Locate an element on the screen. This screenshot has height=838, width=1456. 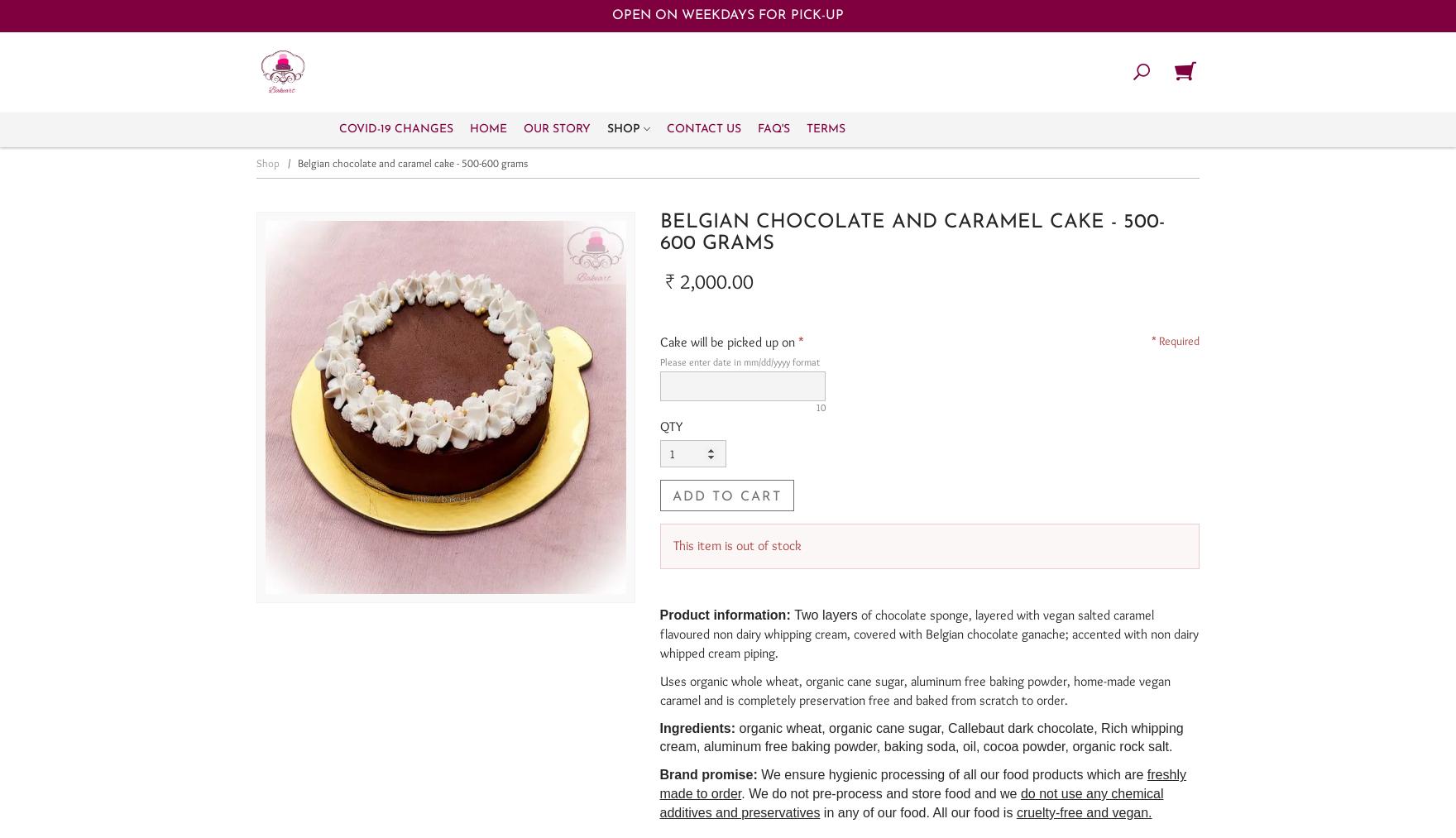
'Two layers' is located at coordinates (825, 615).